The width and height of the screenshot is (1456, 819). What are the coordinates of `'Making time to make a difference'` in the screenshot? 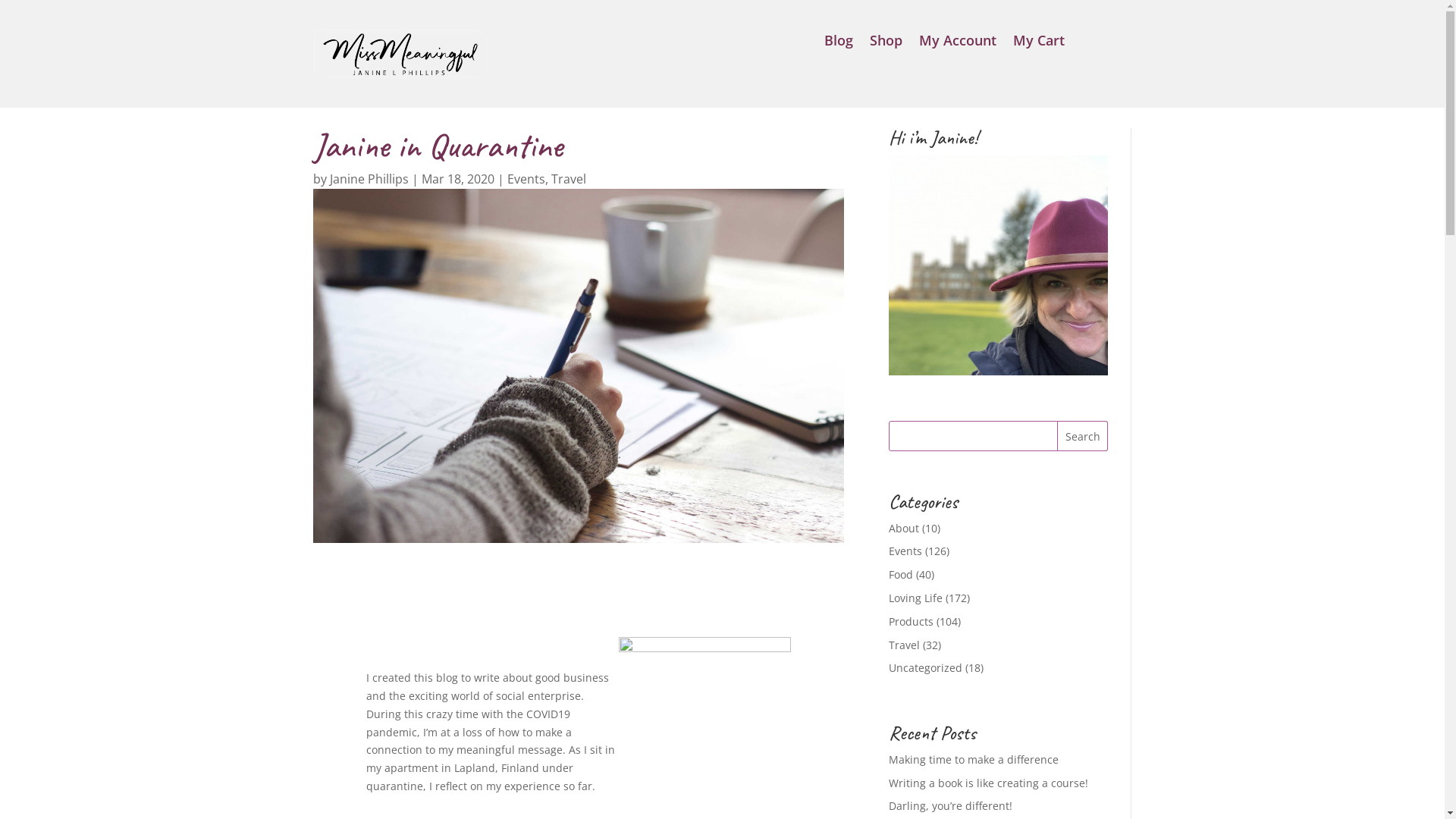 It's located at (888, 759).